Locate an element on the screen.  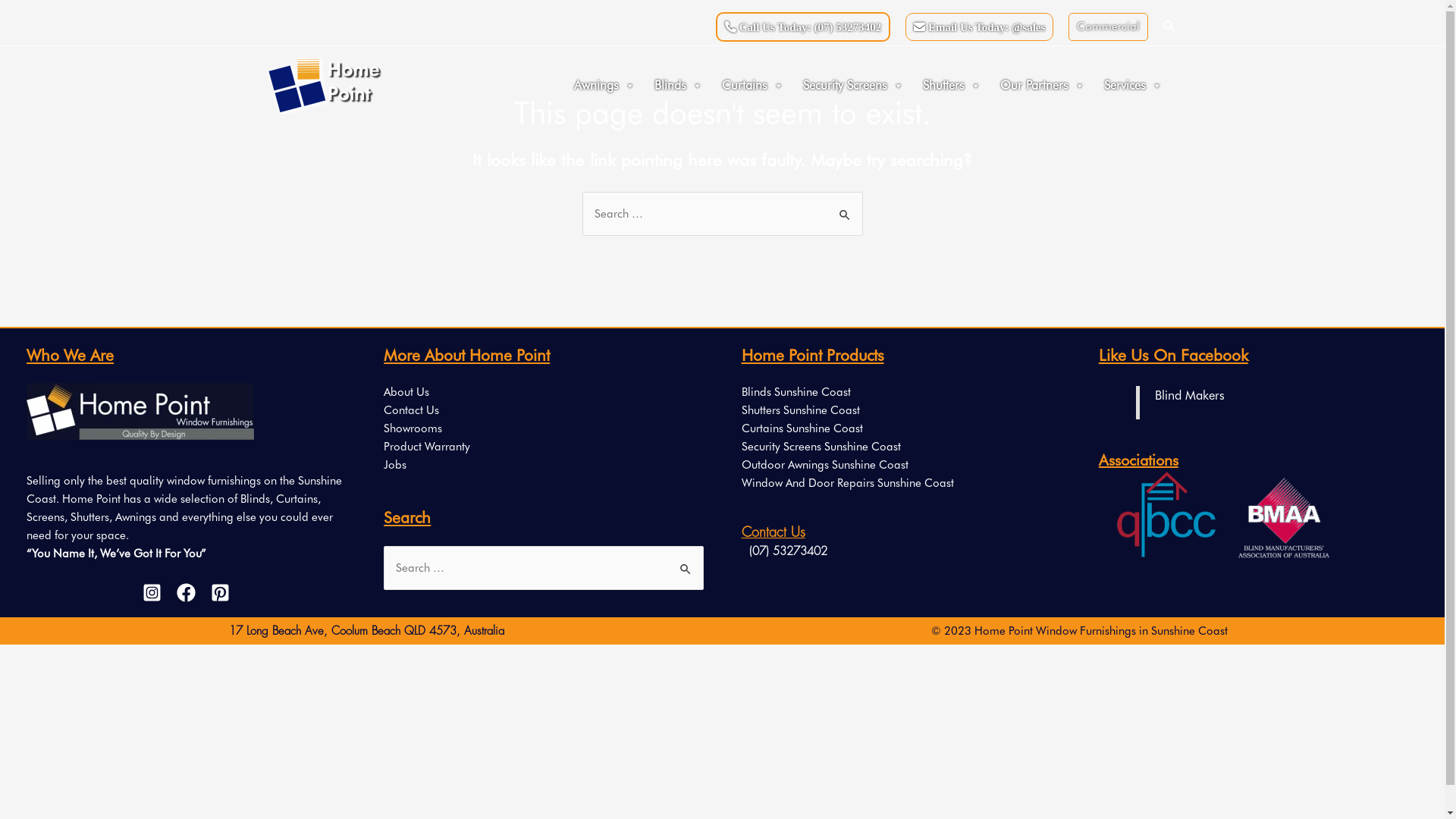
'Blinds' is located at coordinates (679, 85).